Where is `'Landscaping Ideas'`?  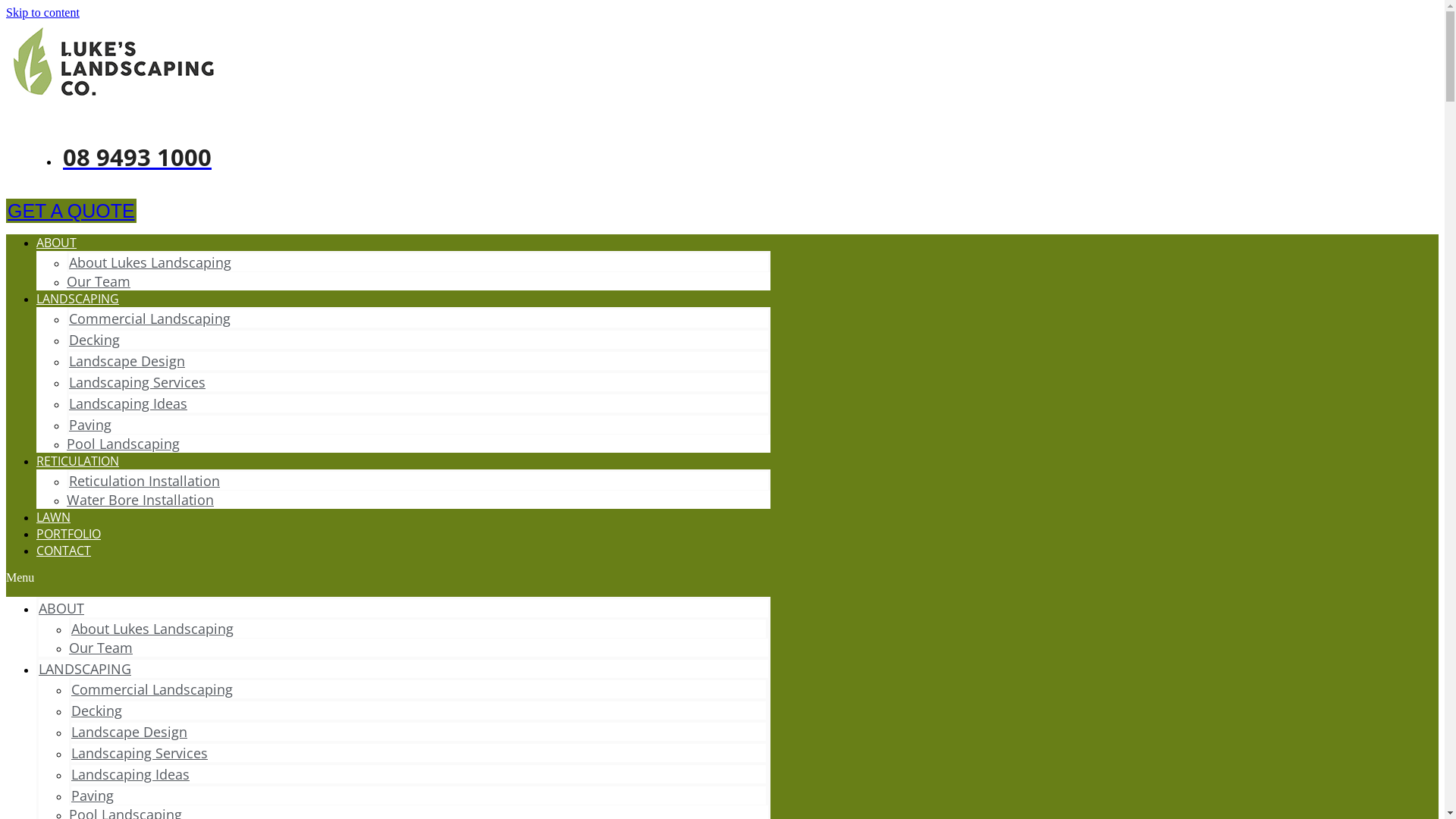
'Landscaping Ideas' is located at coordinates (130, 774).